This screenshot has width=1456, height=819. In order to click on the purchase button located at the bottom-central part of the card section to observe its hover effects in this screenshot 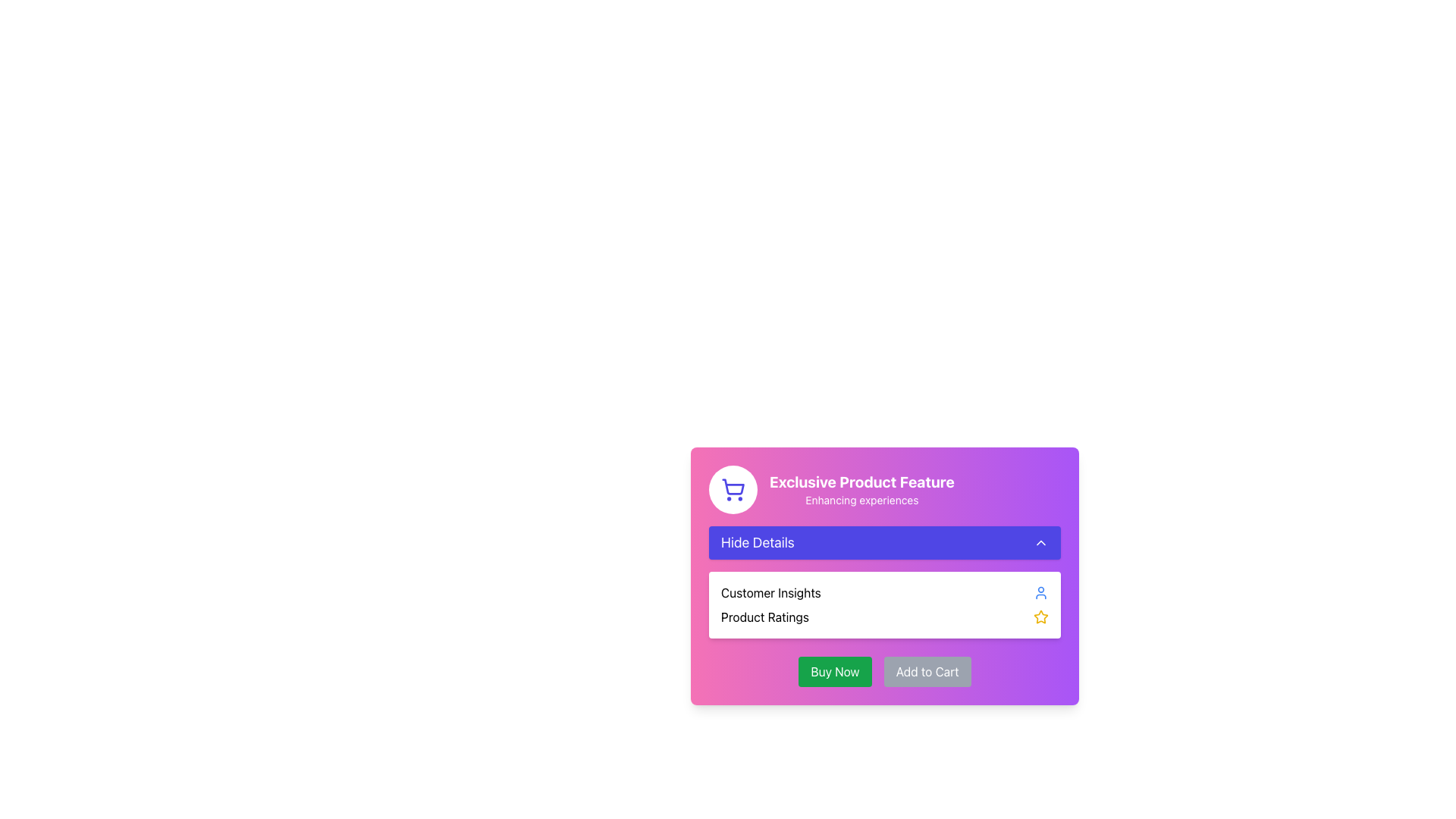, I will do `click(834, 671)`.